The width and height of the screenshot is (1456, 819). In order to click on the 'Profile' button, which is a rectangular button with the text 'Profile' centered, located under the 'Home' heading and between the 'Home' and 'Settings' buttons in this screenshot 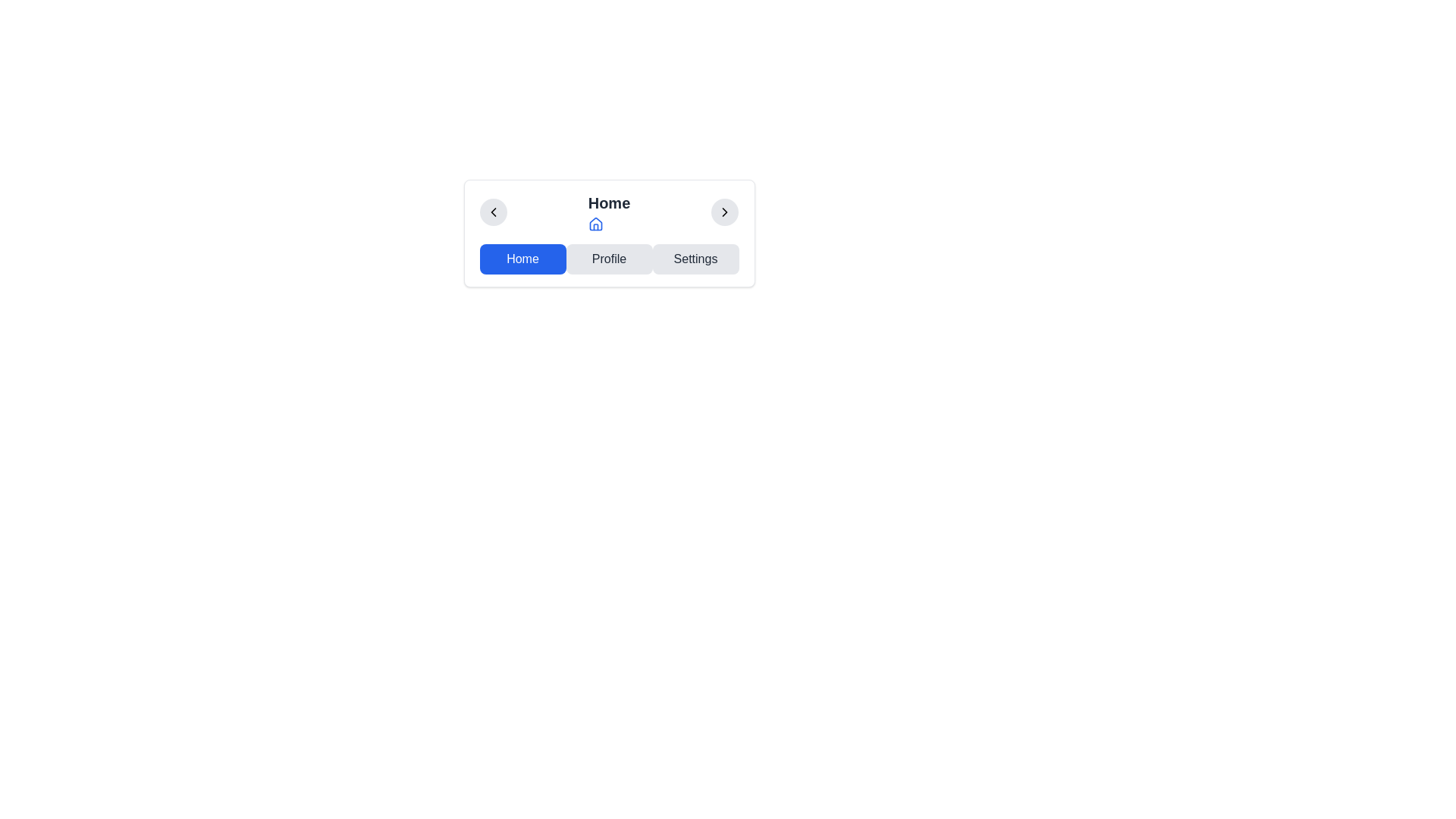, I will do `click(609, 259)`.